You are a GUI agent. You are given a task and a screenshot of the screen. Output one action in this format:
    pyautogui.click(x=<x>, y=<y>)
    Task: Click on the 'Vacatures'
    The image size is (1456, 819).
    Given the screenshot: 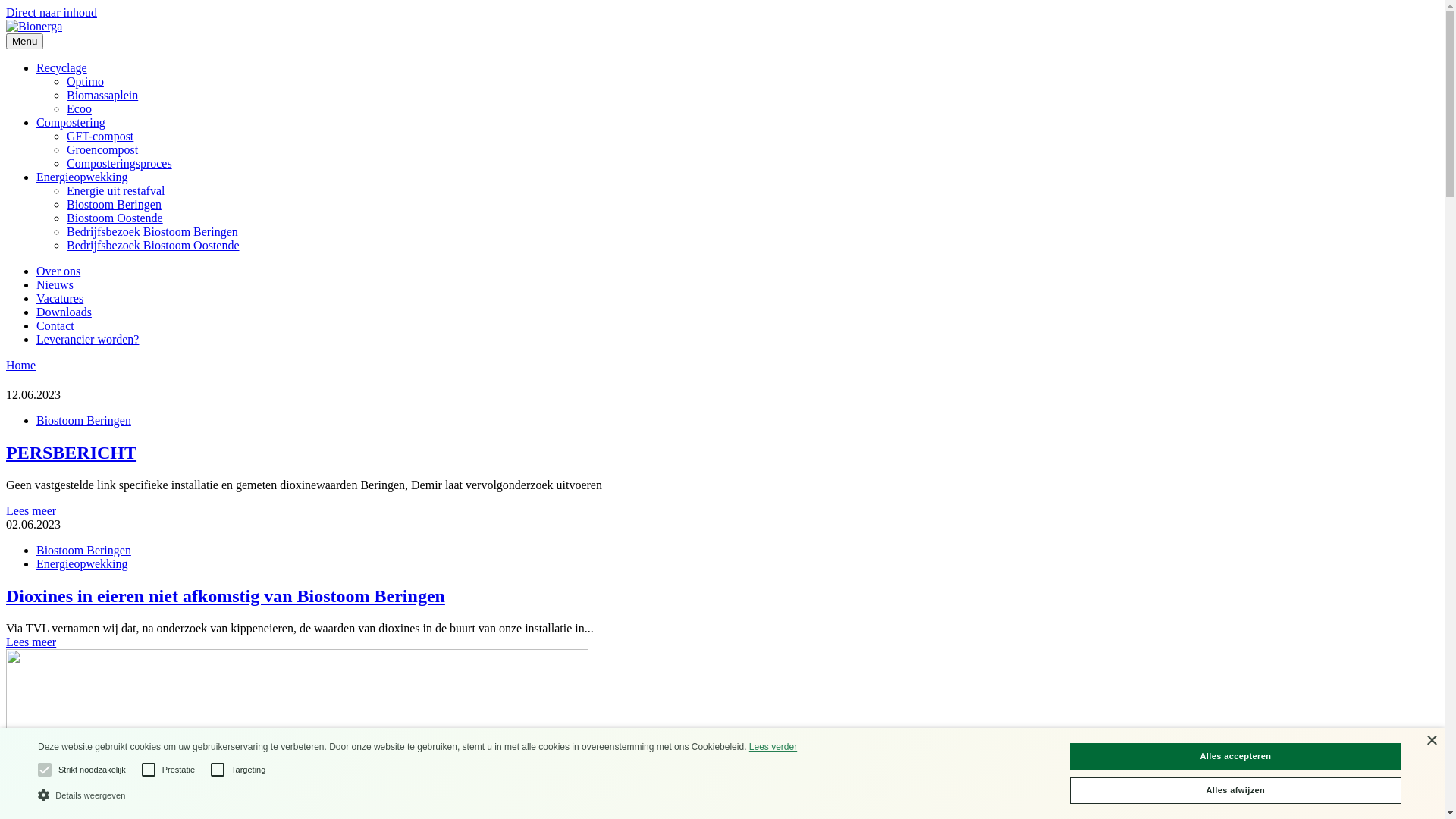 What is the action you would take?
    pyautogui.click(x=59, y=298)
    